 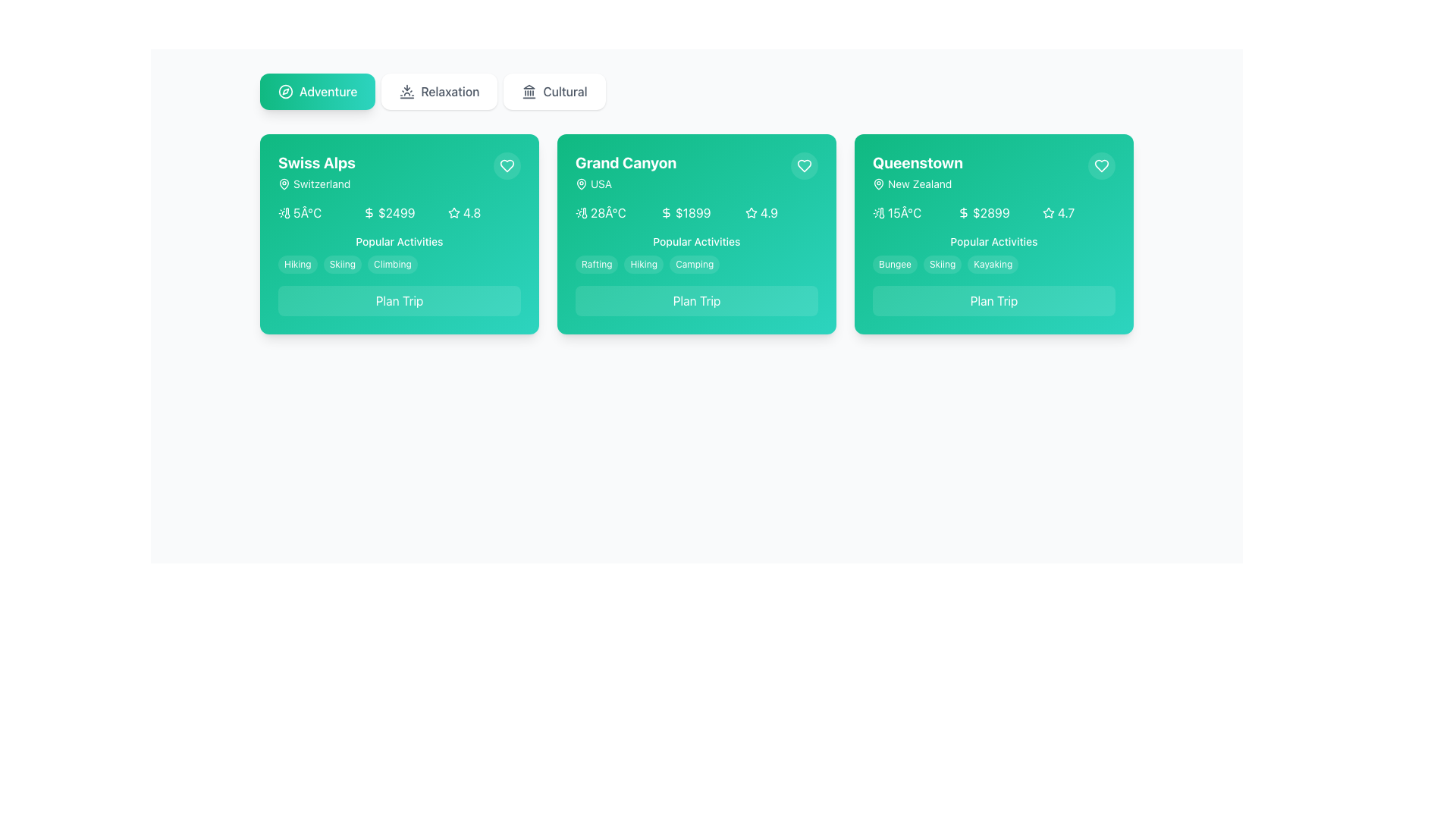 I want to click on the 'Plan Trip' button, which is a rounded rectangular button with a gradient teal background located in the bottom section of the 'Grand Canyon' card, so click(x=695, y=301).